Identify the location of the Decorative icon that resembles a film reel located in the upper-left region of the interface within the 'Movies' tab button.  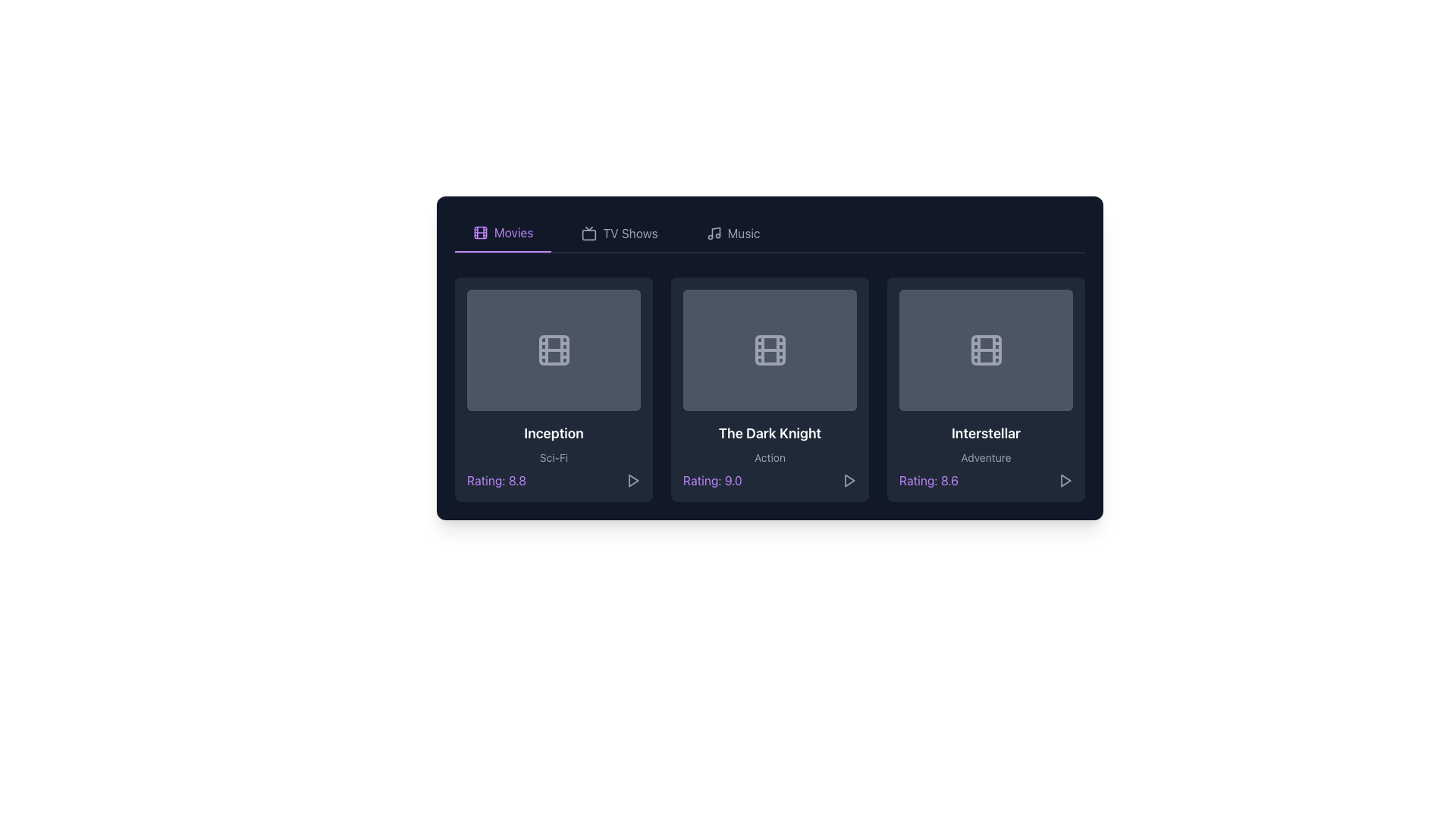
(479, 233).